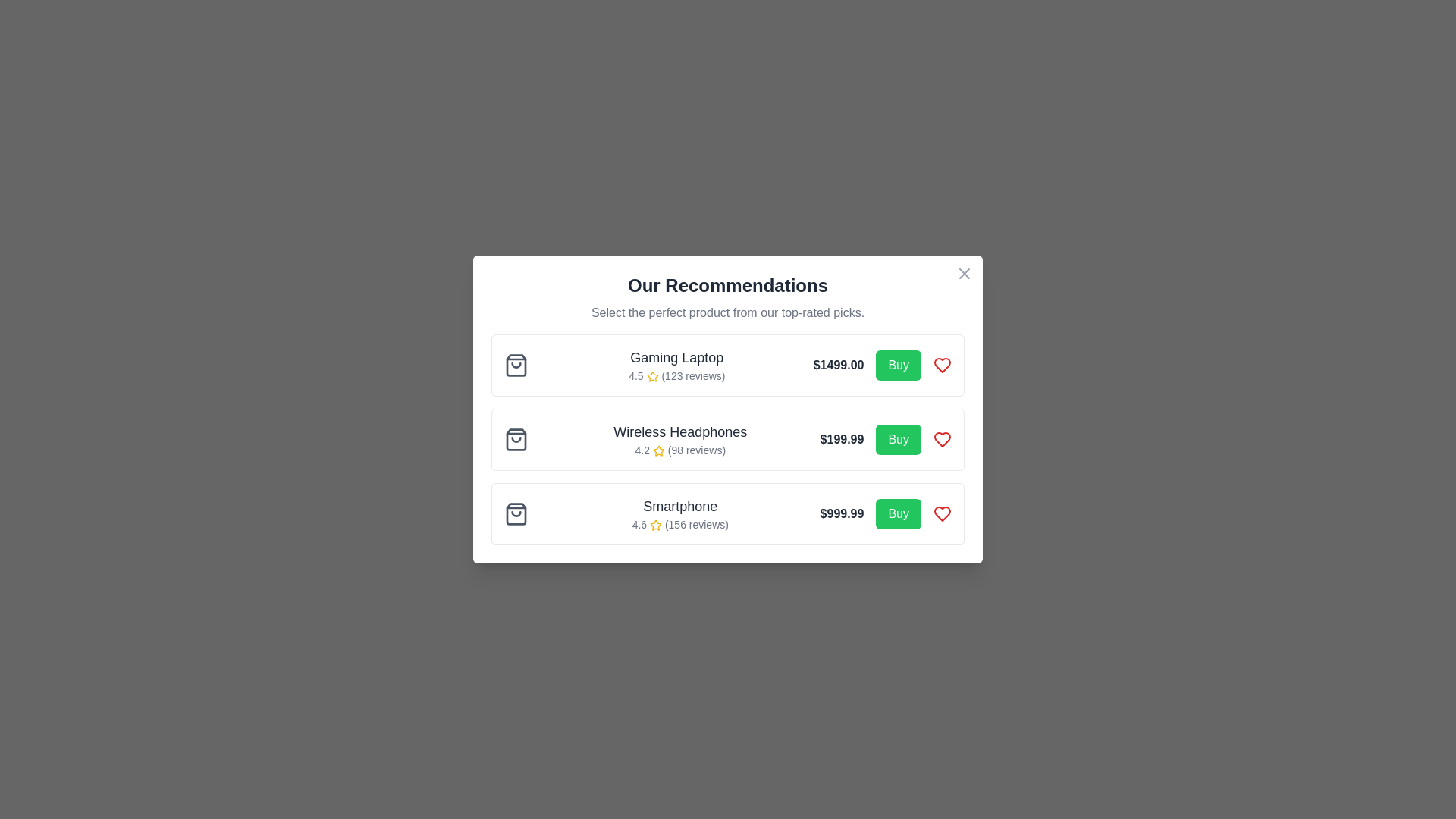 Image resolution: width=1456 pixels, height=819 pixels. I want to click on the text label displaying '4.6 (156 reviews)' with a yellow star icon, located below the title 'Smartphone' in the recommendation card, so click(679, 523).